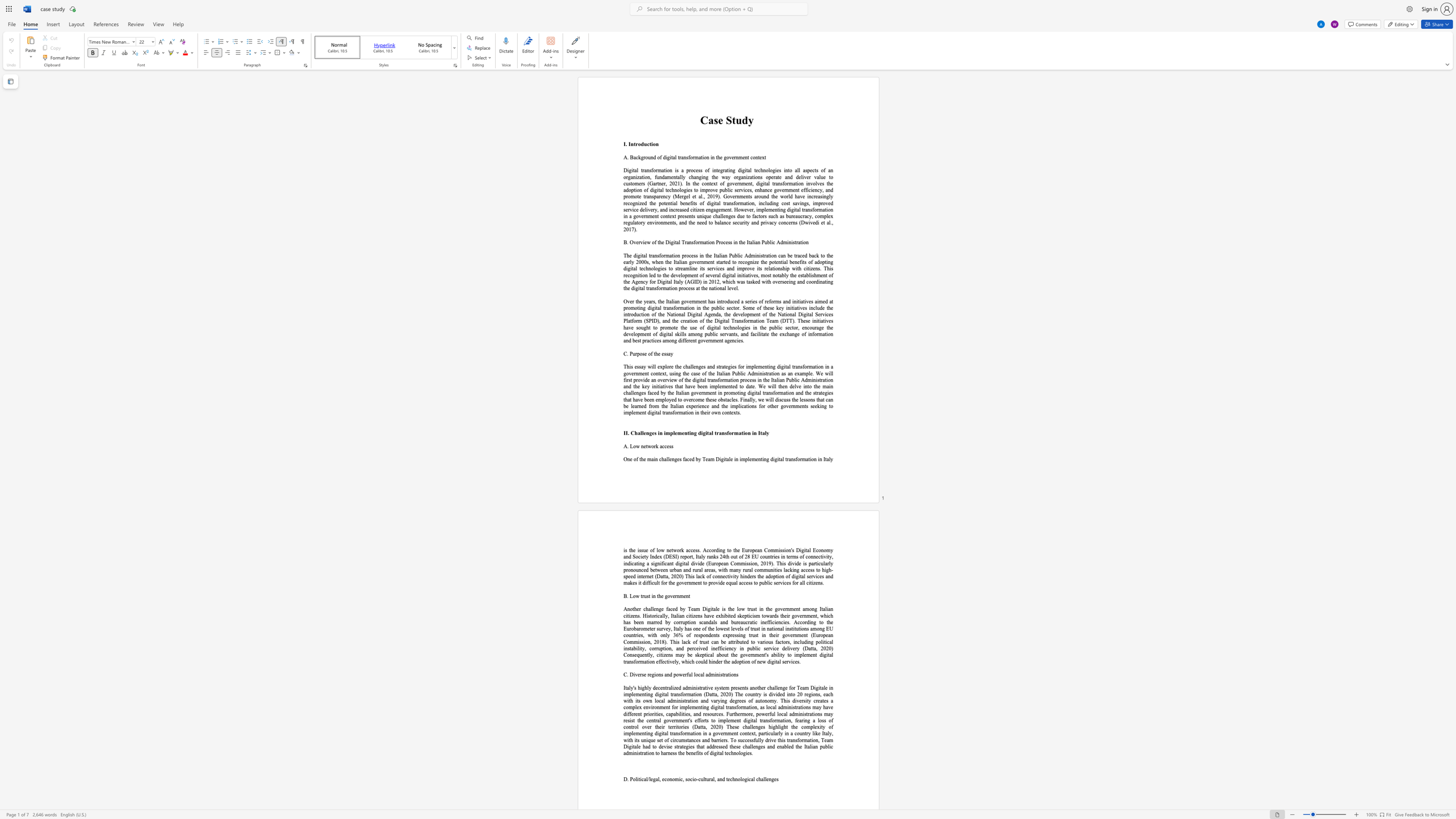  What do you see at coordinates (721, 648) in the screenshot?
I see `the subset text "iciency in public service delivery (Datta, 2020) Consequently, citizens may be skeptical abou" within the text "tributed to various factors, including political instability, corruption, and perceived inefficiency in public service delivery (Datta, 2020) Consequently, citizens may be skeptical about the government"` at bounding box center [721, 648].